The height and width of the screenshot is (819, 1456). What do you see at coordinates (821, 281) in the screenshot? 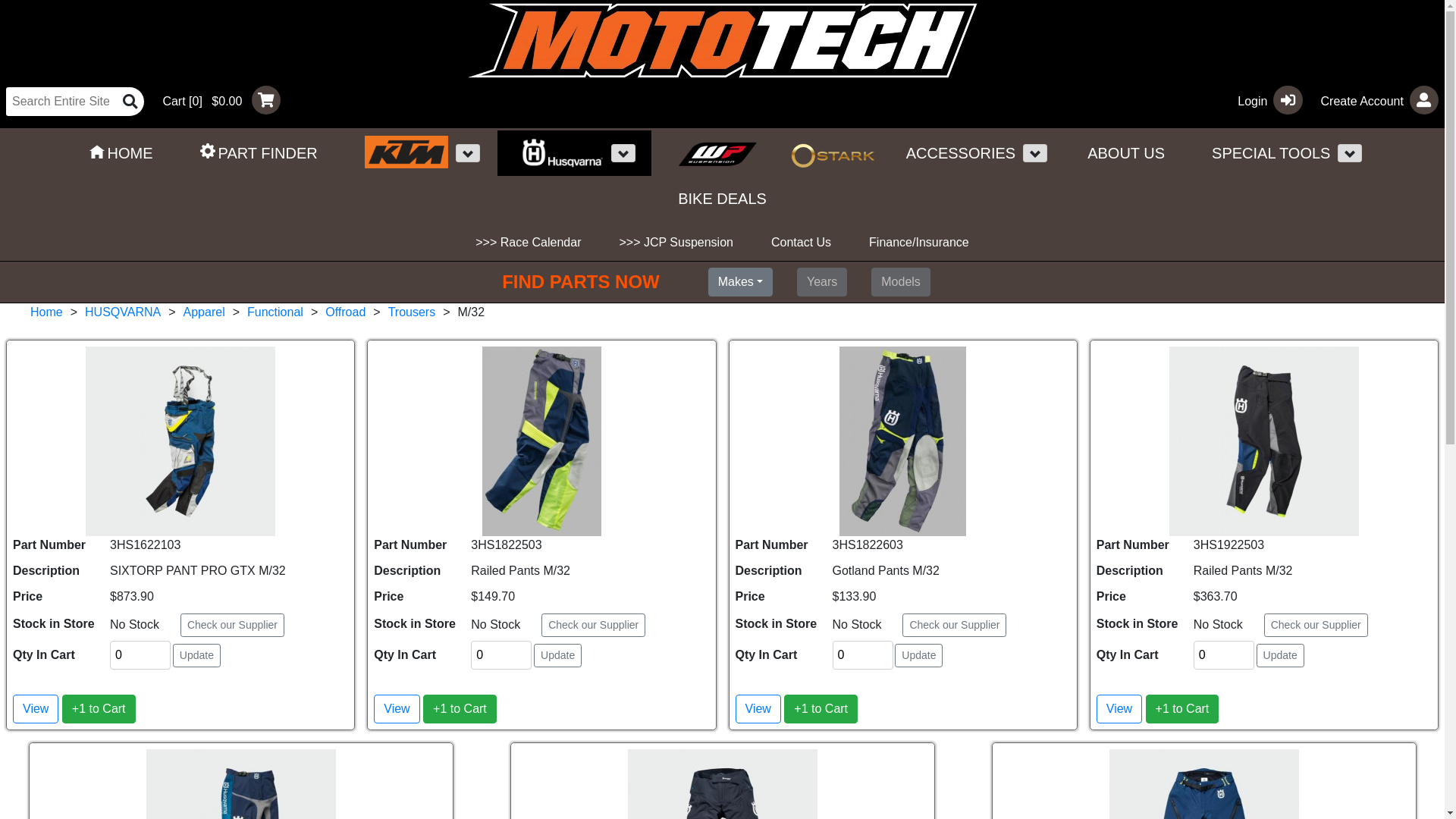
I see `'Years'` at bounding box center [821, 281].